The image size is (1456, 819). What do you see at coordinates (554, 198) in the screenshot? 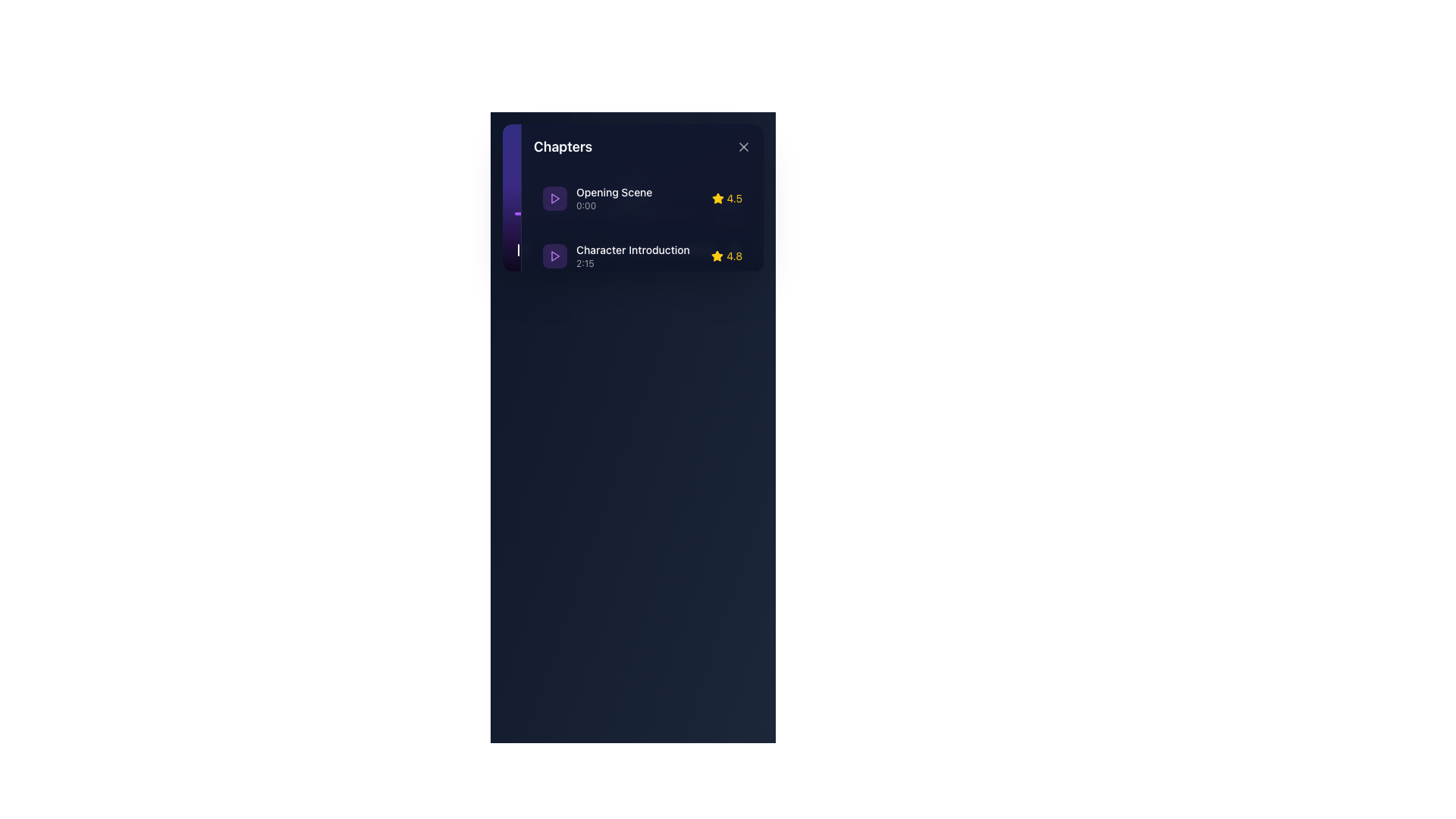
I see `the triangular-shaped play icon with a purple outline, located in the top-left portion of the card for the 'Opening Scene' chapter` at bounding box center [554, 198].